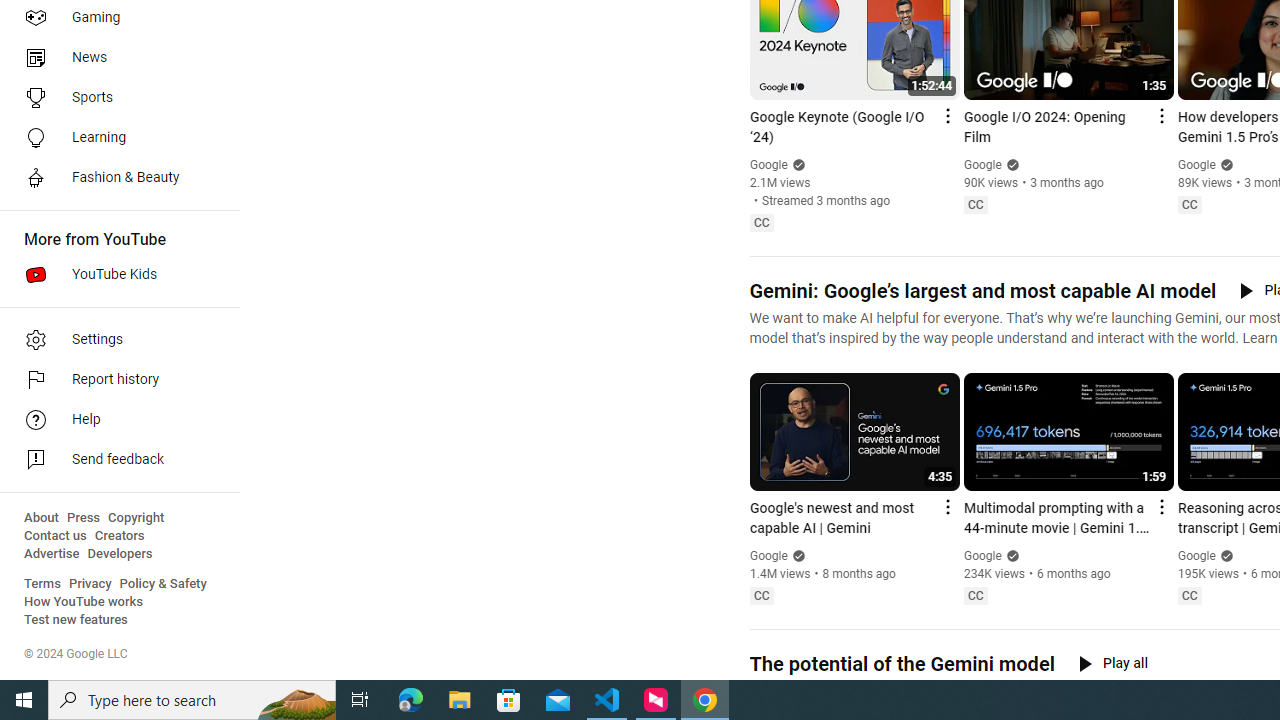 The width and height of the screenshot is (1280, 720). What do you see at coordinates (119, 554) in the screenshot?
I see `'Developers'` at bounding box center [119, 554].